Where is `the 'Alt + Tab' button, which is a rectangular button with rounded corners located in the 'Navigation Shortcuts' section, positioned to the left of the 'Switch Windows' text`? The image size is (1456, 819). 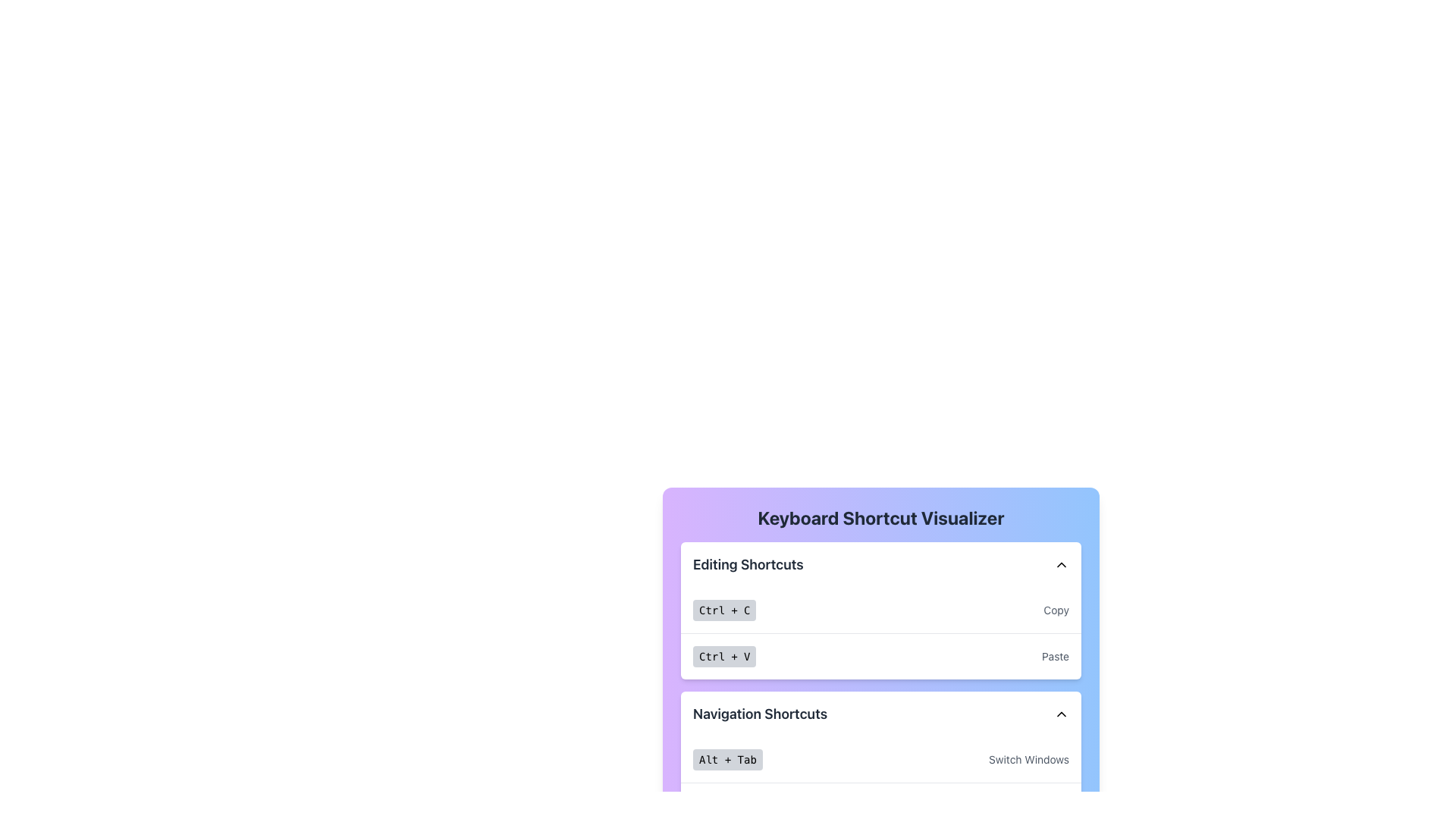
the 'Alt + Tab' button, which is a rectangular button with rounded corners located in the 'Navigation Shortcuts' section, positioned to the left of the 'Switch Windows' text is located at coordinates (728, 760).